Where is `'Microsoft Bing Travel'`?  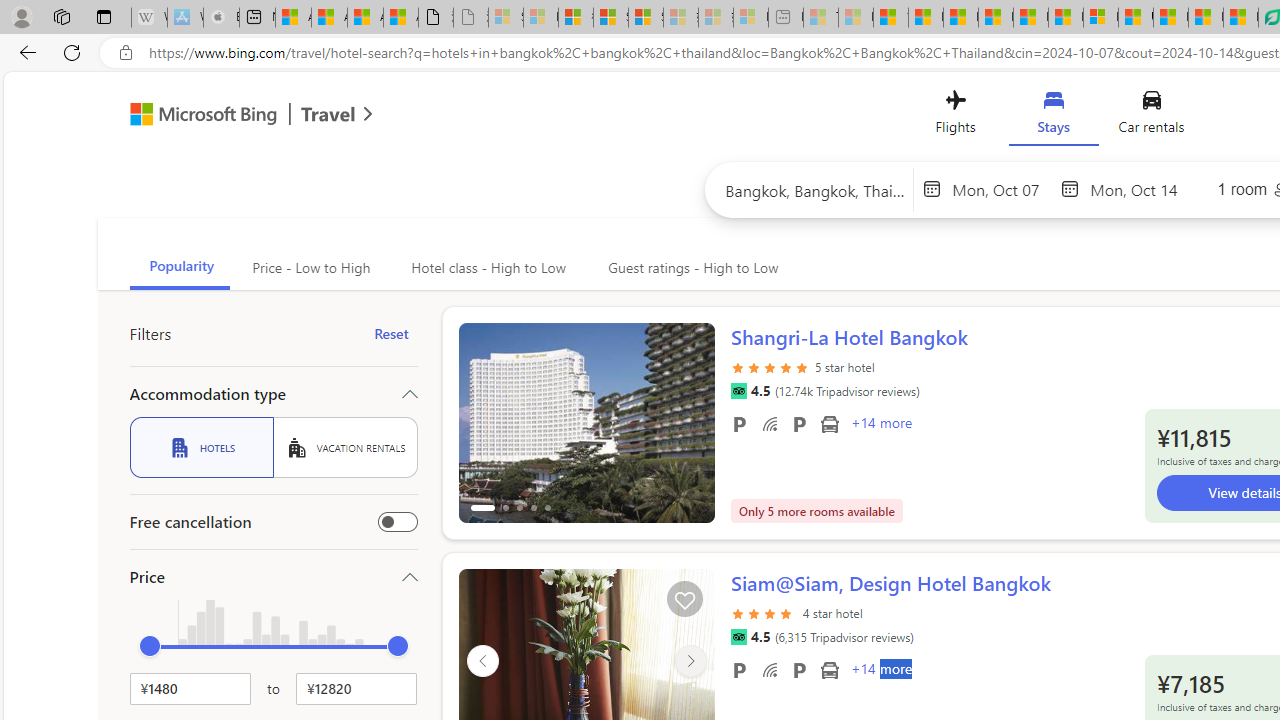
'Microsoft Bing Travel' is located at coordinates (230, 117).